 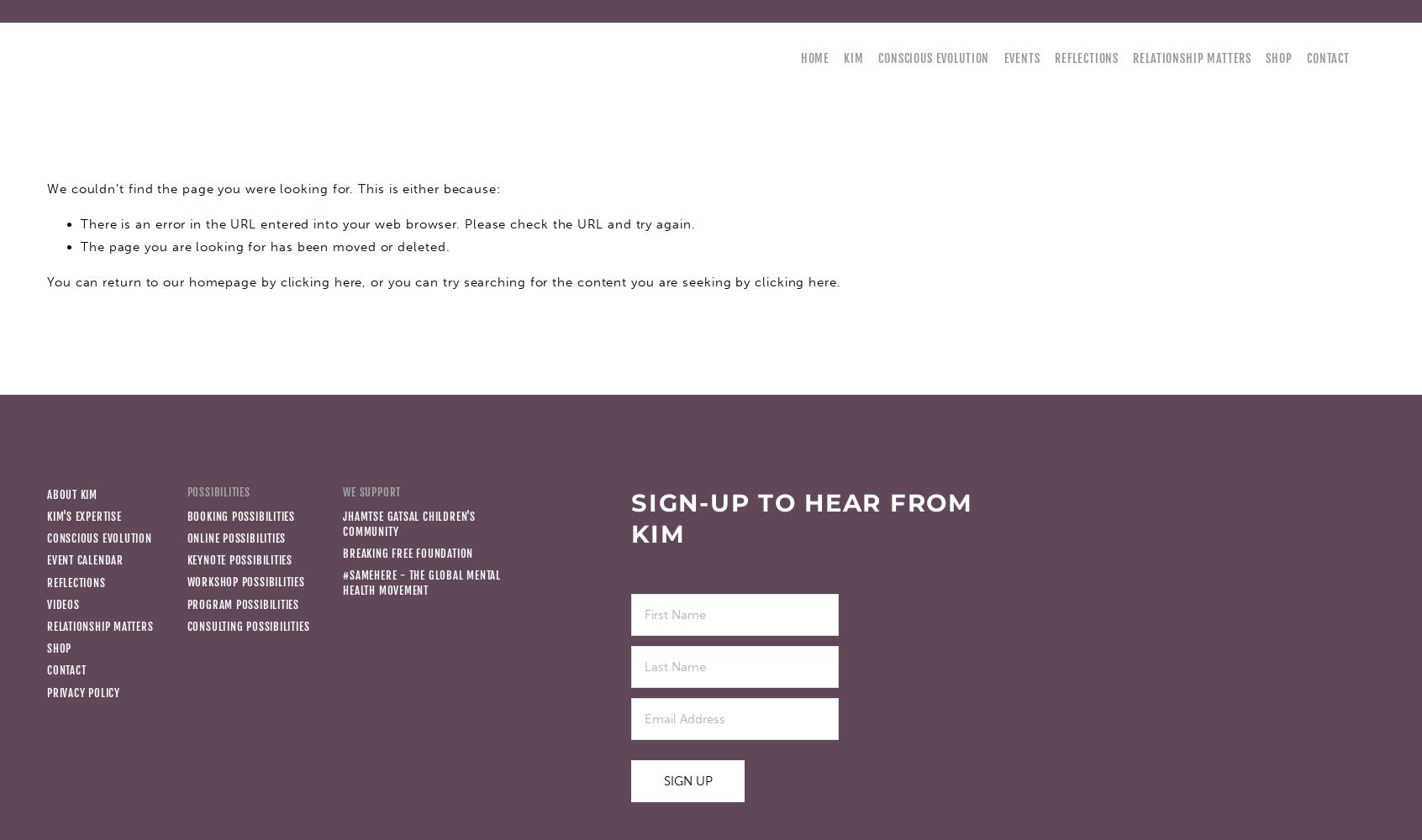 I want to click on '.', so click(x=837, y=281).